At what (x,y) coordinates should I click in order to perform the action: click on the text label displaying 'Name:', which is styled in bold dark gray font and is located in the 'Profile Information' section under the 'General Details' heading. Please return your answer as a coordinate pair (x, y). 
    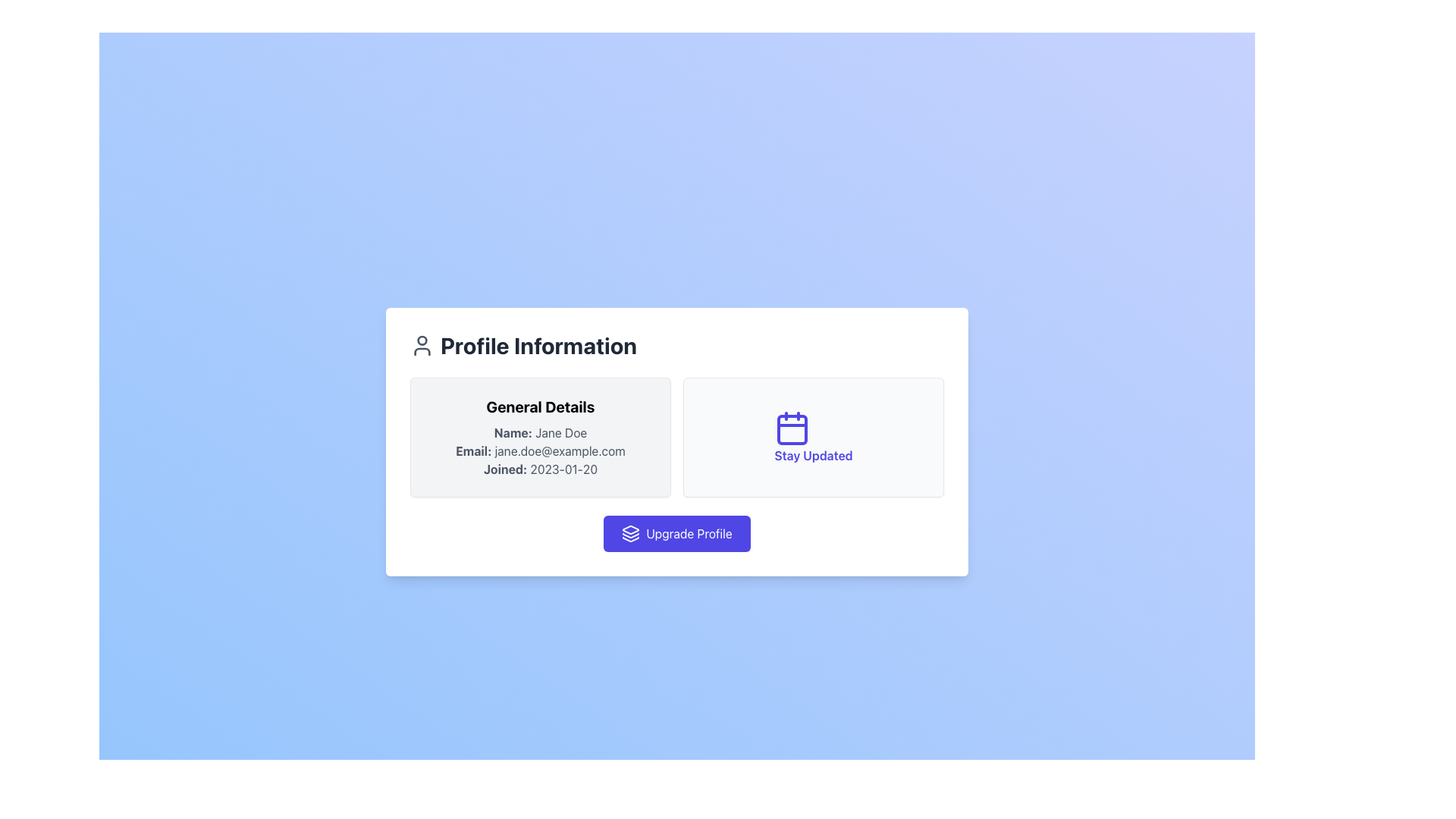
    Looking at the image, I should click on (513, 432).